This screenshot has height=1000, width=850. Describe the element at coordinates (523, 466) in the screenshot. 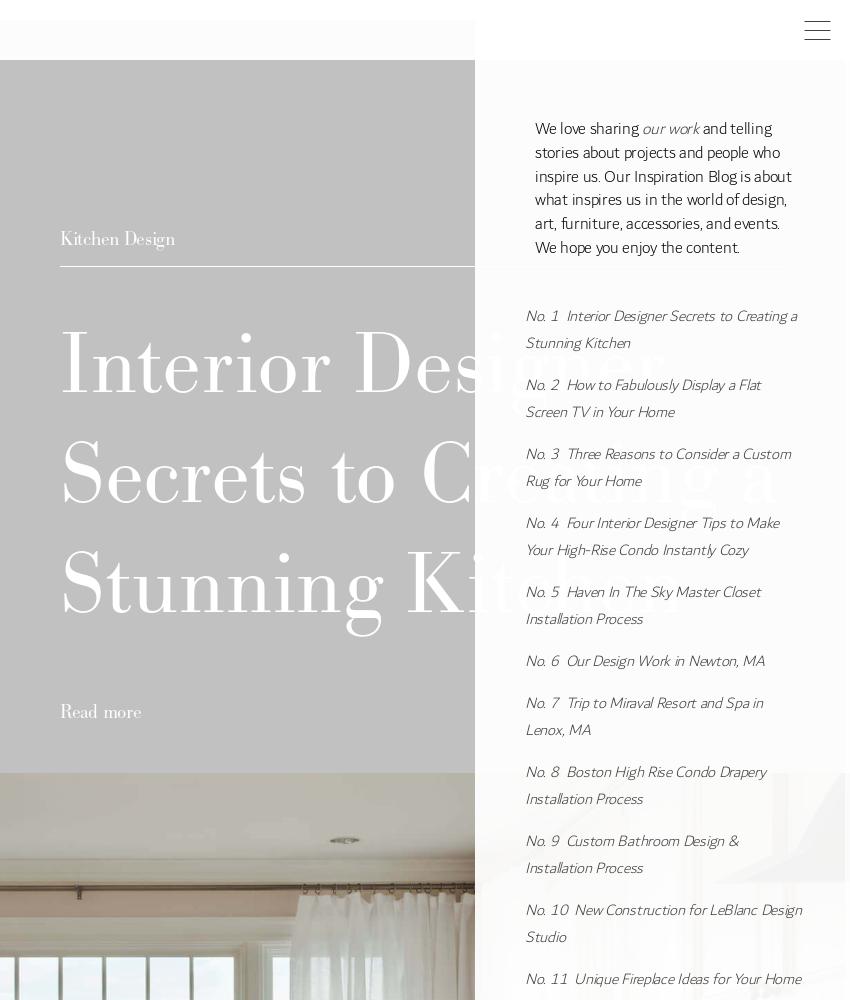

I see `'Three Reasons to Consider a Custom Rug for Your Home'` at that location.